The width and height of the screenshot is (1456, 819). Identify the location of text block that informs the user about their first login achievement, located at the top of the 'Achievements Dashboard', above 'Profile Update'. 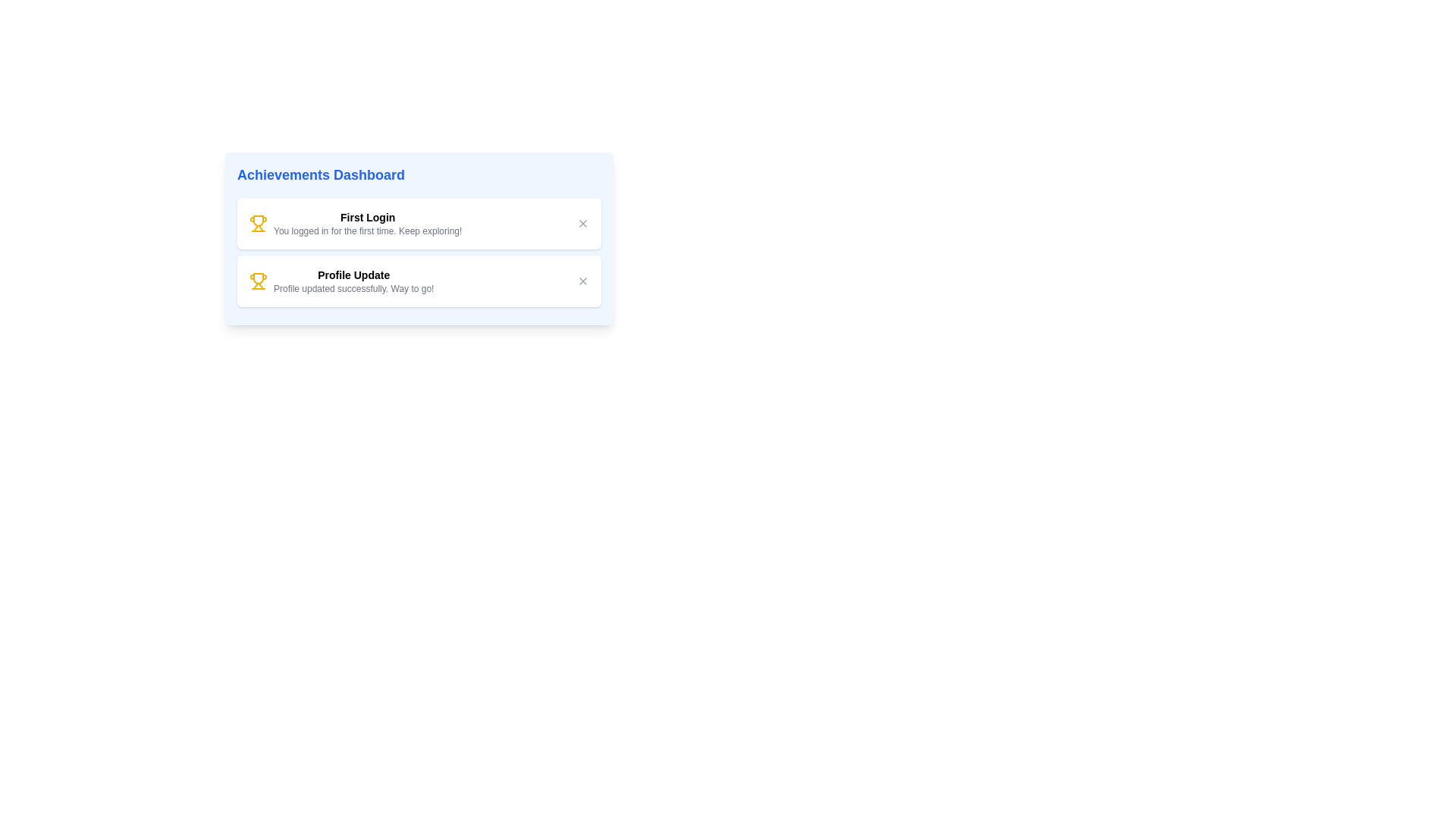
(368, 223).